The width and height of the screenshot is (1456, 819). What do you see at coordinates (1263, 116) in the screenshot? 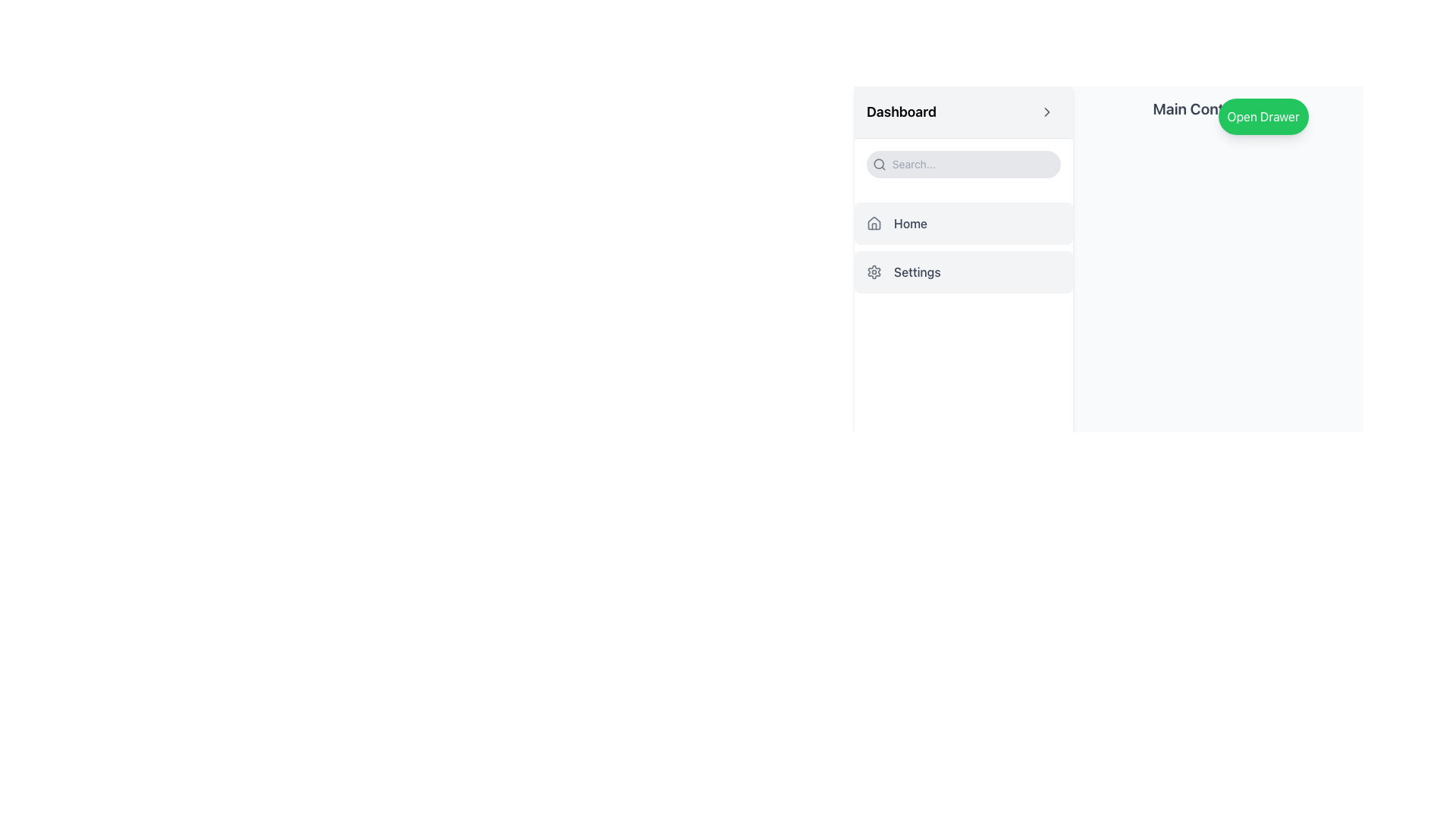
I see `the green button with rounded shape and white text that reads 'Open Drawer'` at bounding box center [1263, 116].